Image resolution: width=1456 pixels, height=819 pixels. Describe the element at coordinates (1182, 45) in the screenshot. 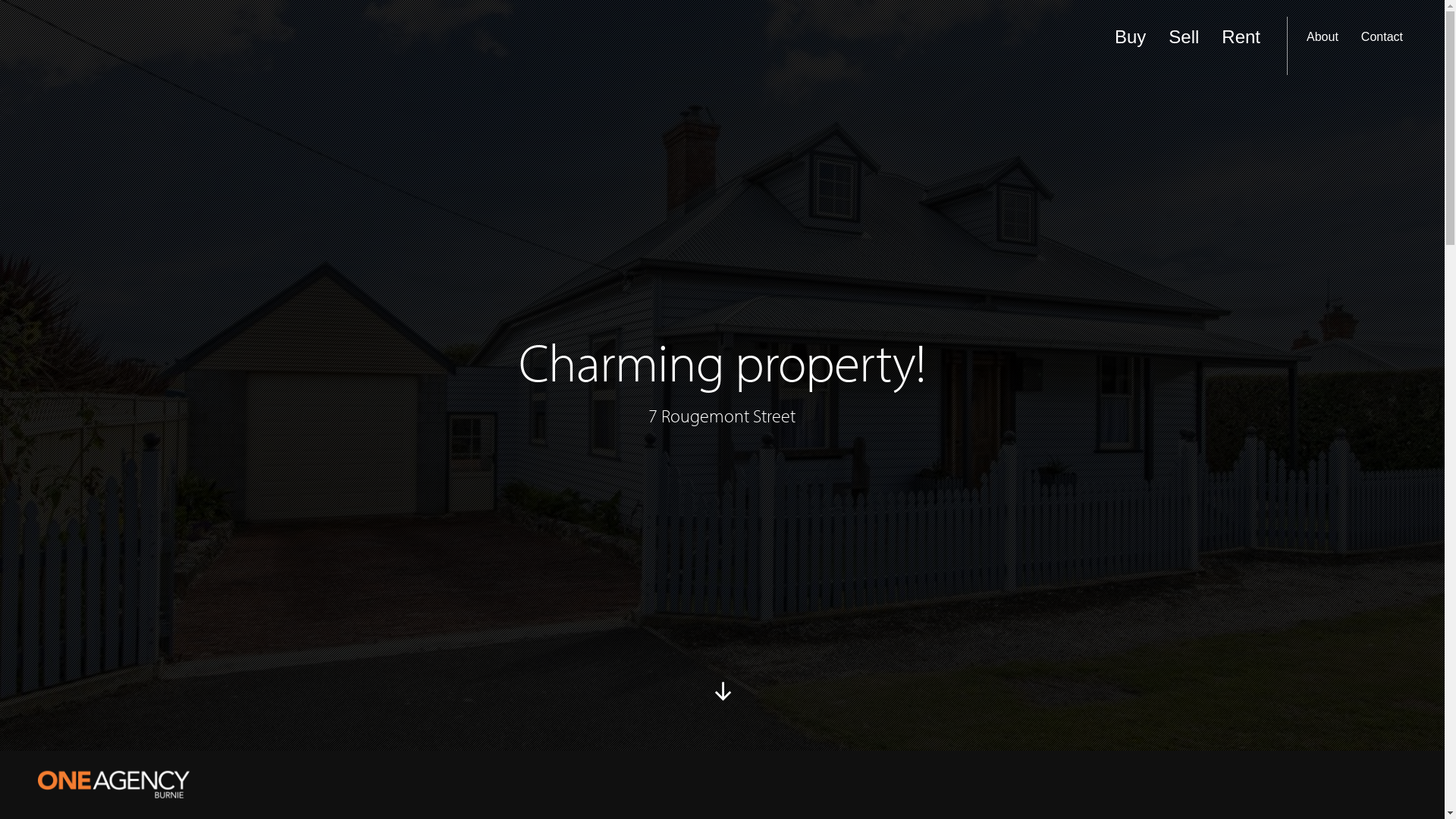

I see `'Sell'` at that location.